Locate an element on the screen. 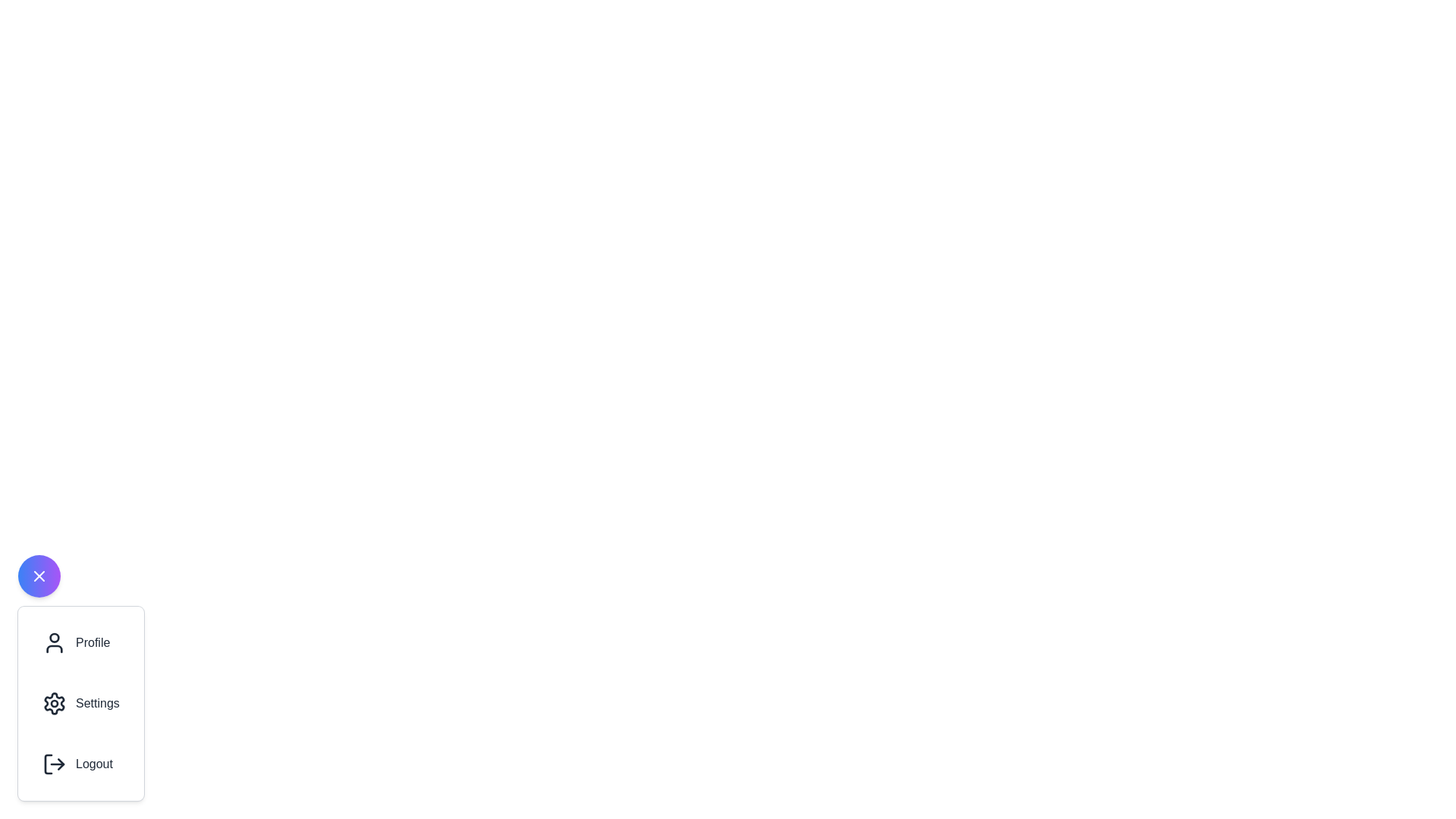  the 'Settings' button in the menu is located at coordinates (80, 704).